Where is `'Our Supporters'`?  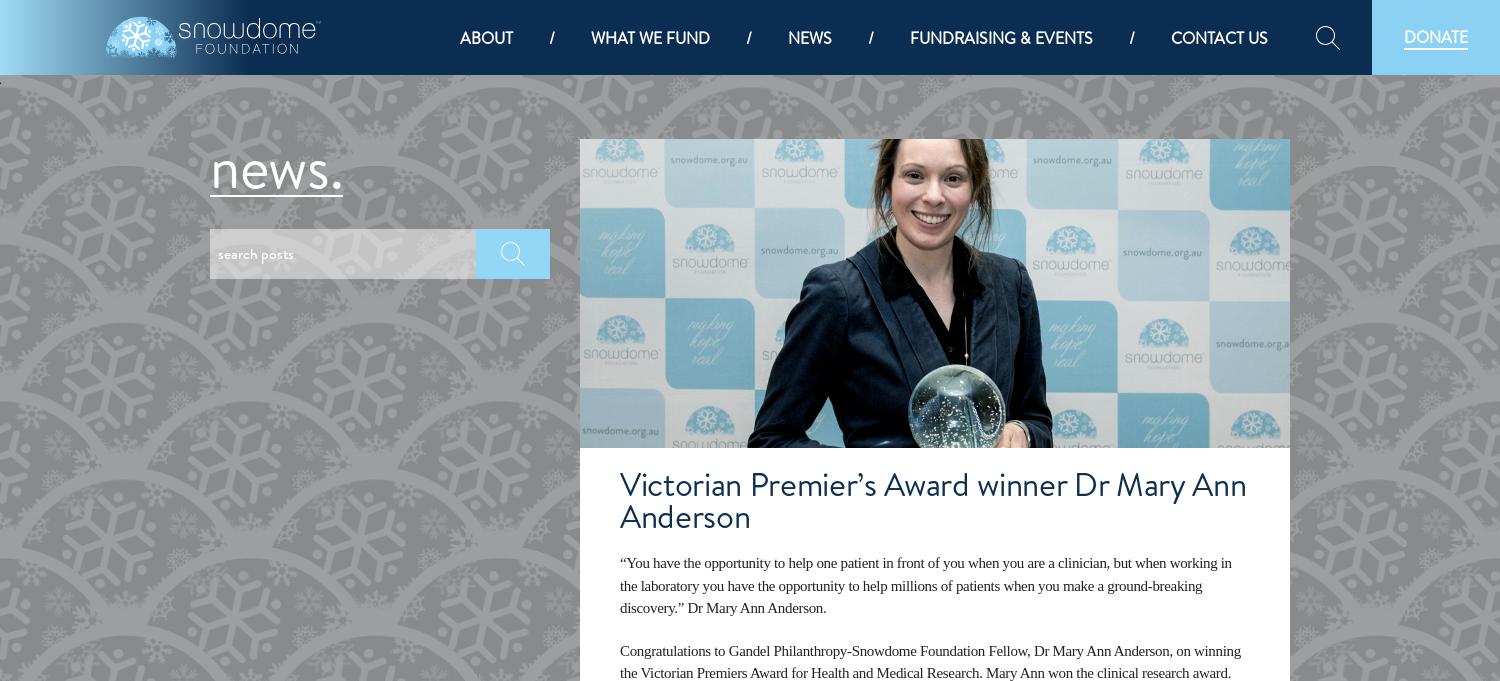
'Our Supporters' is located at coordinates (531, 456).